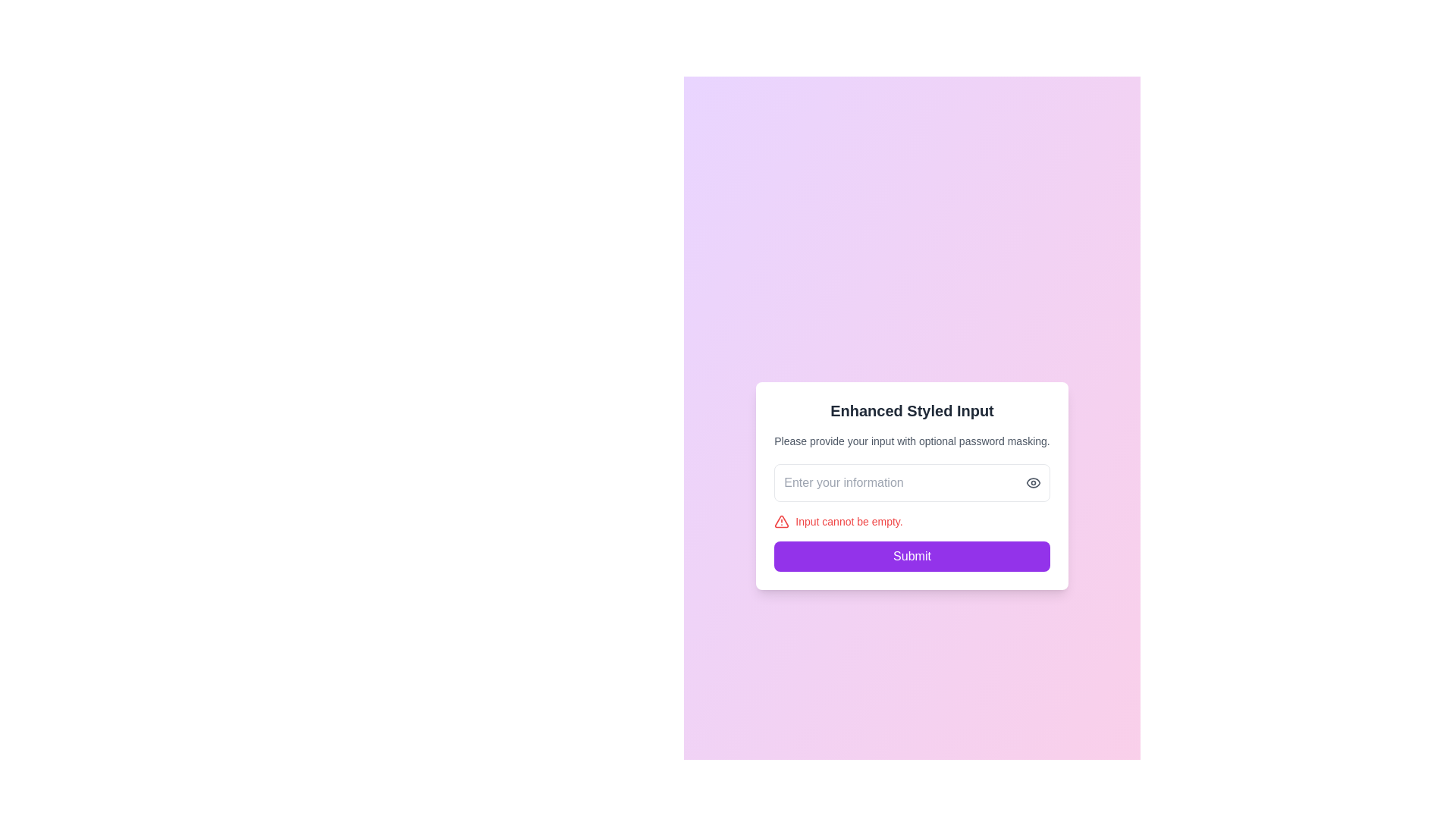  What do you see at coordinates (912, 556) in the screenshot?
I see `the 'Submit' button with a purple background and rounded corners to observe its hover effect` at bounding box center [912, 556].